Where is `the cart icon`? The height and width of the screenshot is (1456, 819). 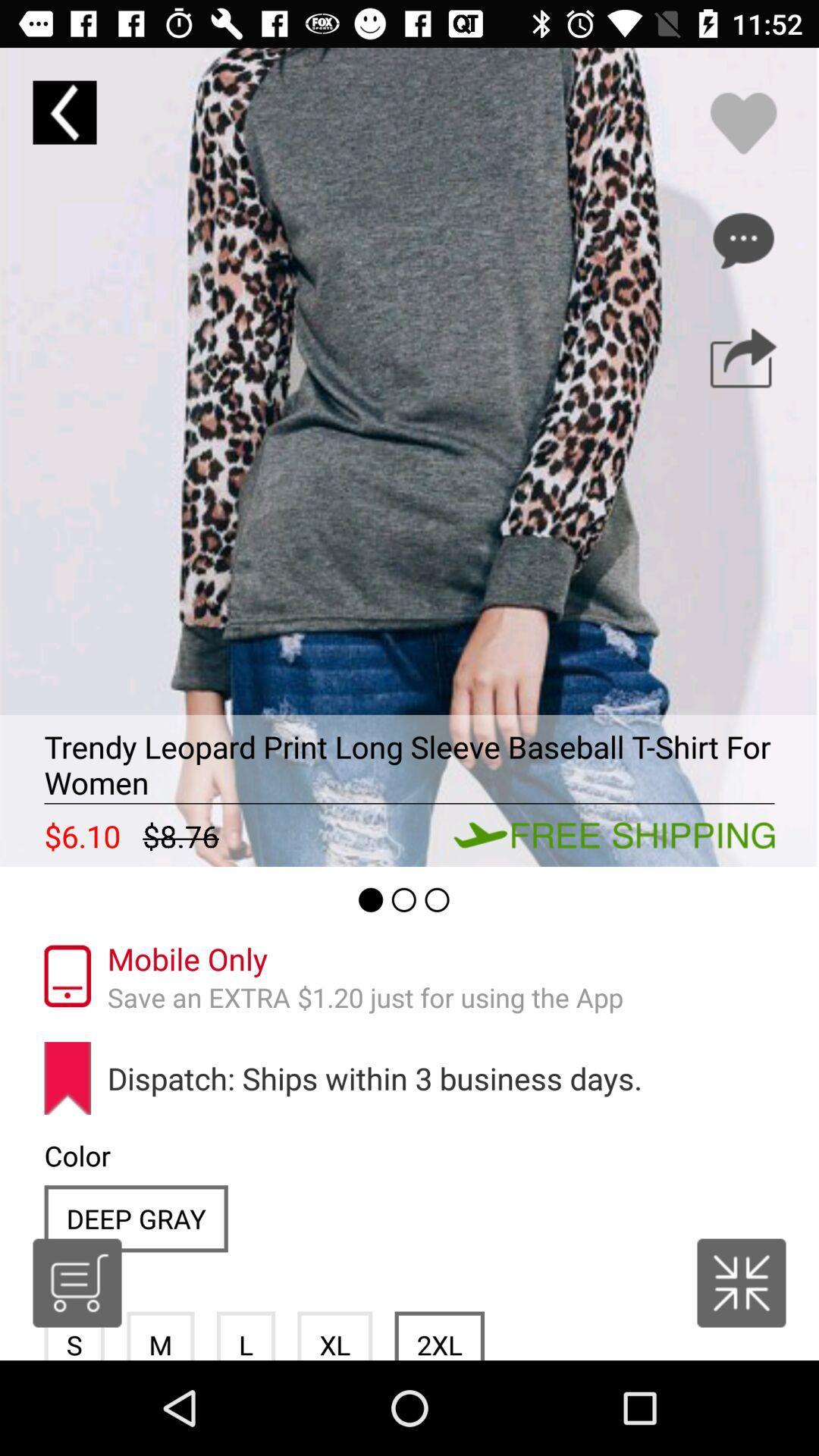 the cart icon is located at coordinates (77, 1282).